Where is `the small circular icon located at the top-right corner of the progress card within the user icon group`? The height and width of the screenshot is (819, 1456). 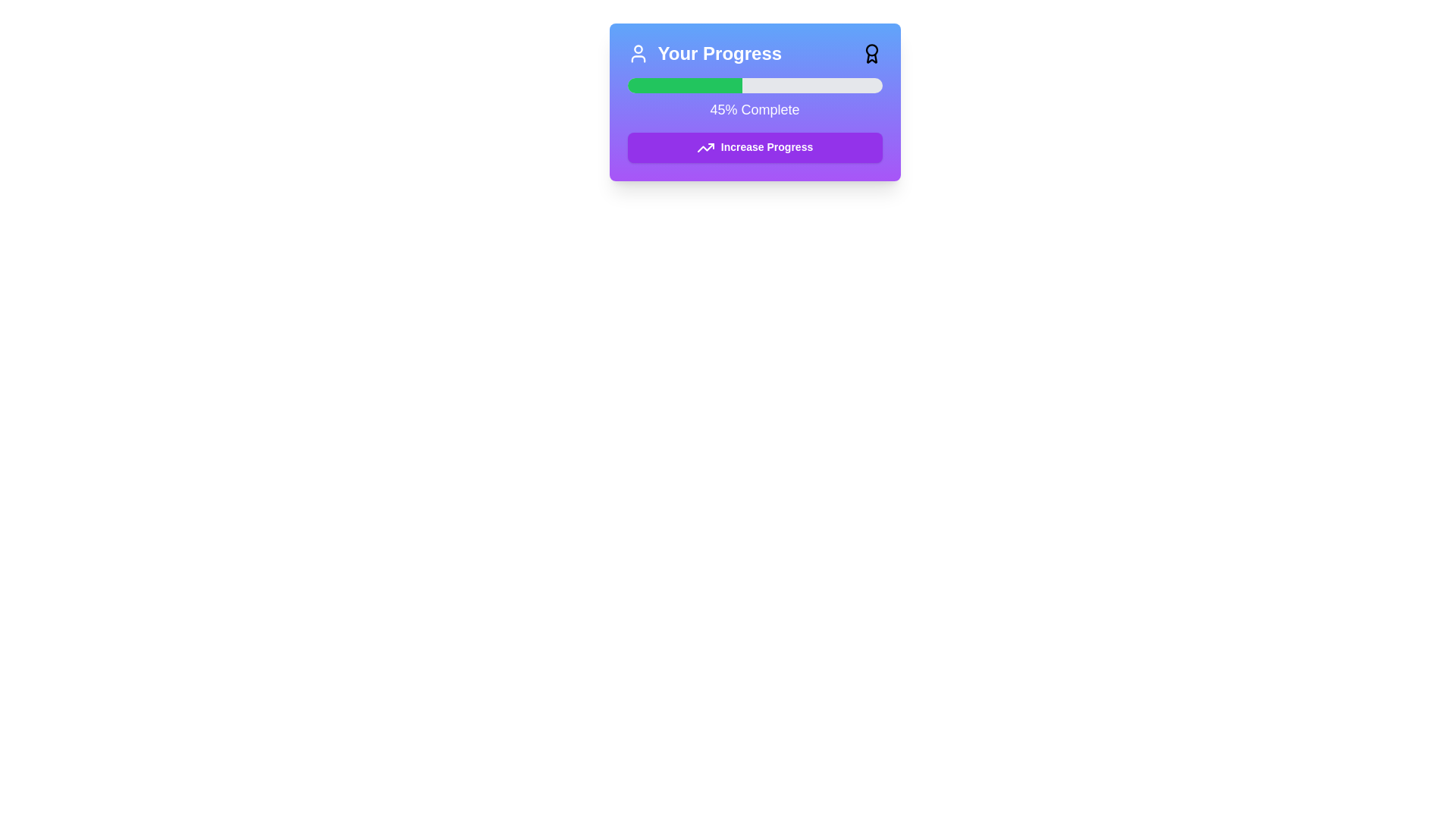
the small circular icon located at the top-right corner of the progress card within the user icon group is located at coordinates (638, 49).